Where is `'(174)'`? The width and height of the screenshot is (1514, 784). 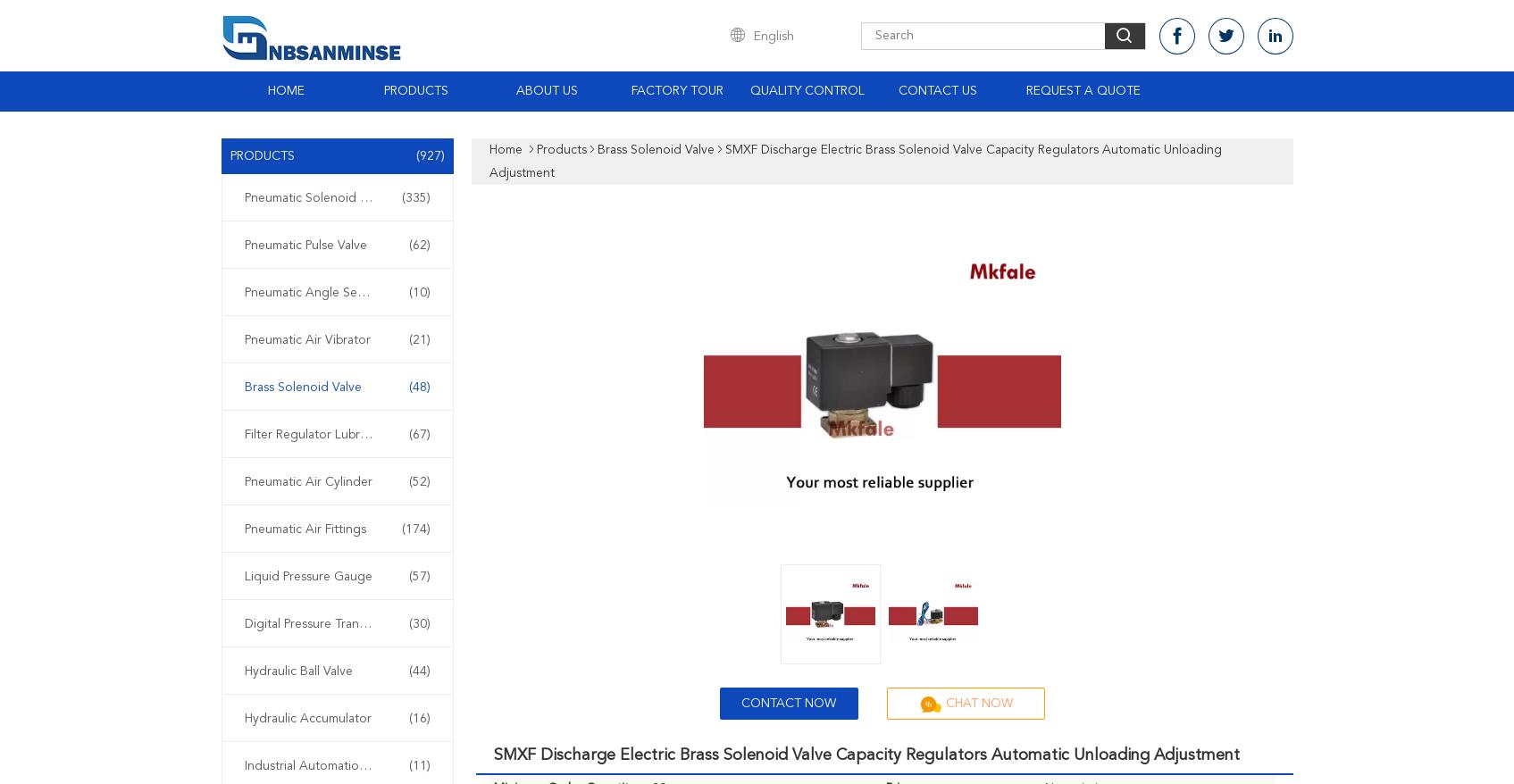
'(174)' is located at coordinates (414, 530).